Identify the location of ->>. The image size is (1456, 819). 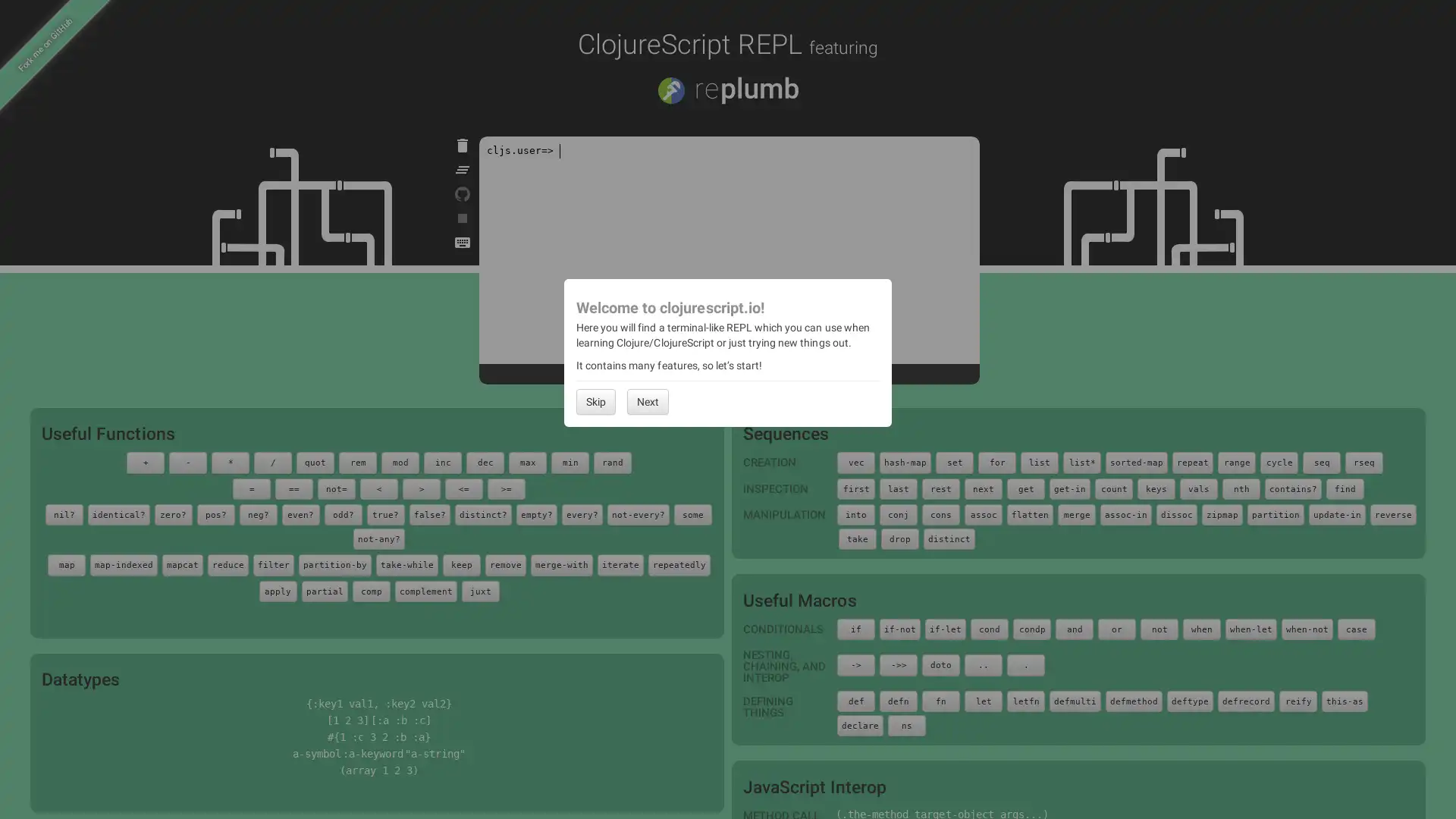
(899, 664).